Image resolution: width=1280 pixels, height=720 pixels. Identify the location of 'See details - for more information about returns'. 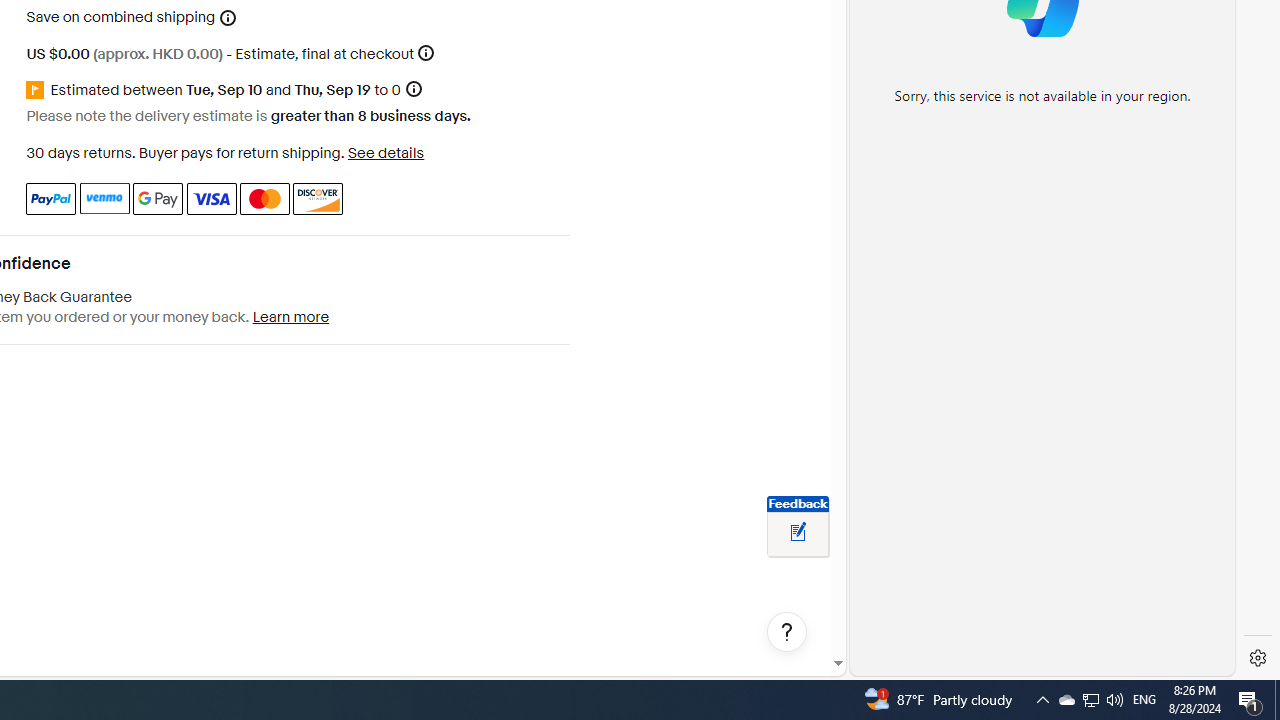
(385, 152).